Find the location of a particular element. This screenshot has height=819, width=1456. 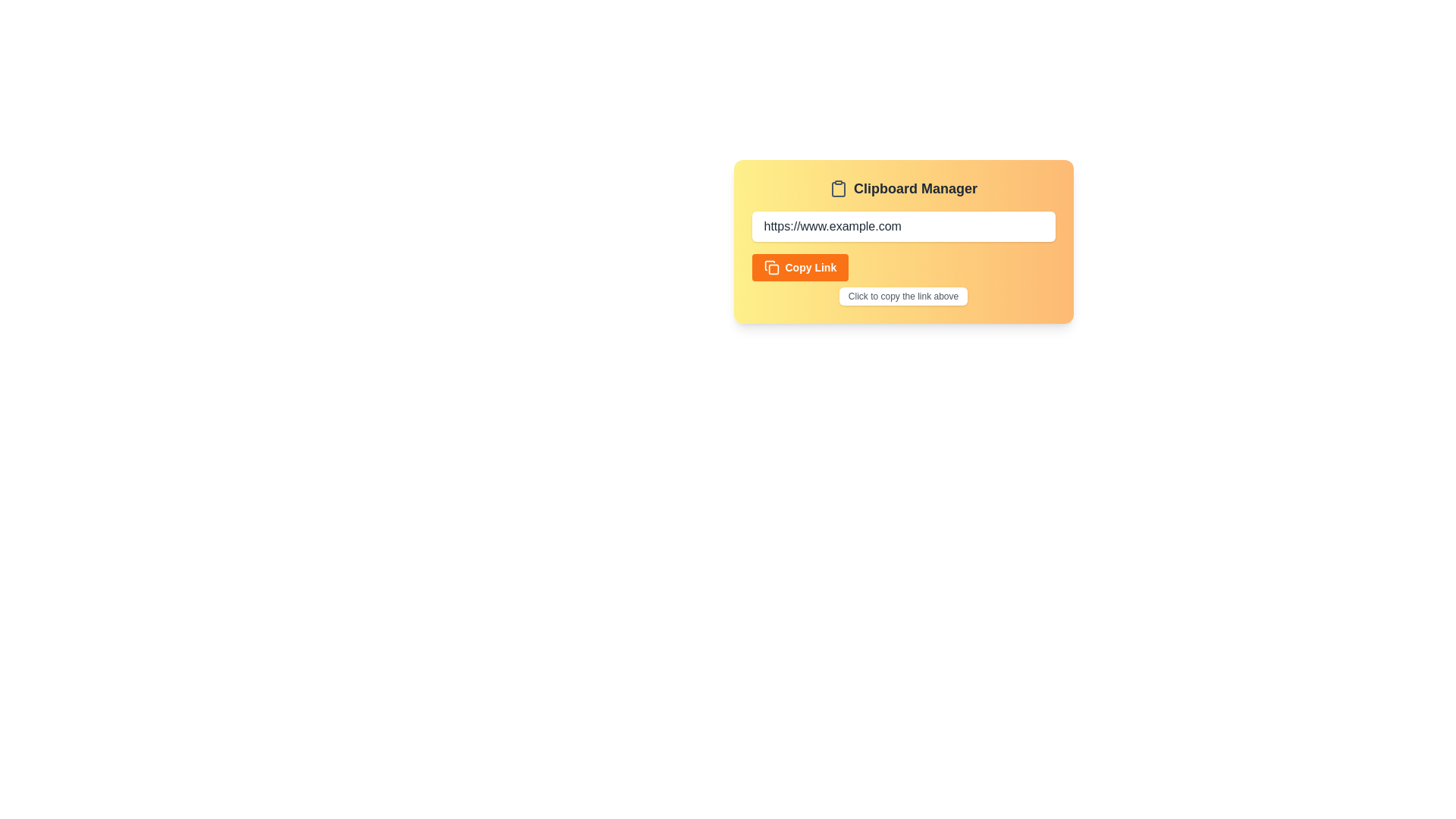

the 'Clipboard Manager' text label with icon, which is centrally located at the top of the card with a gradient background is located at coordinates (903, 188).